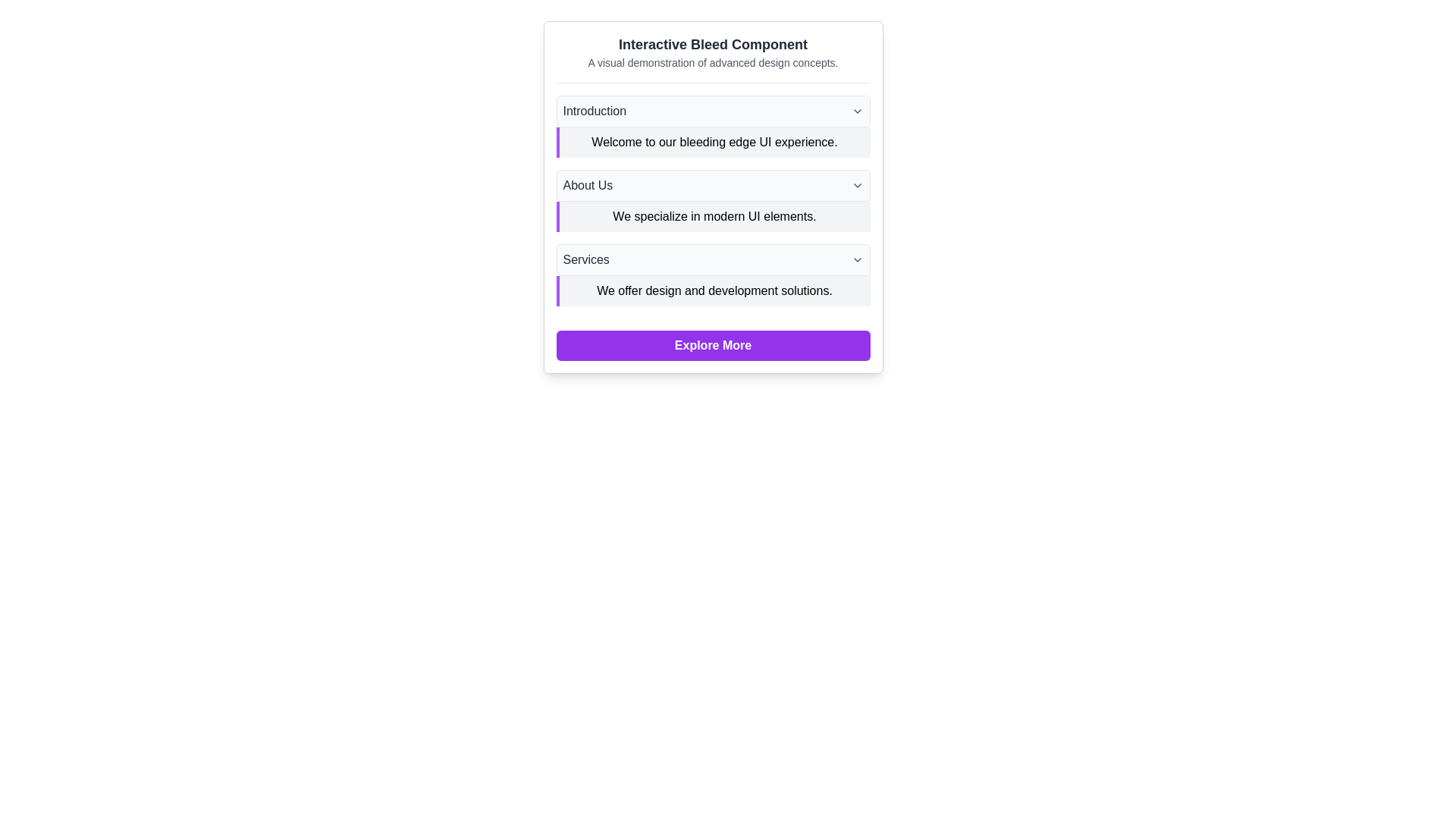 The height and width of the screenshot is (819, 1456). What do you see at coordinates (712, 291) in the screenshot?
I see `the static text block that provides descriptive information for the 'Services' section, positioned under the 'Services' heading` at bounding box center [712, 291].